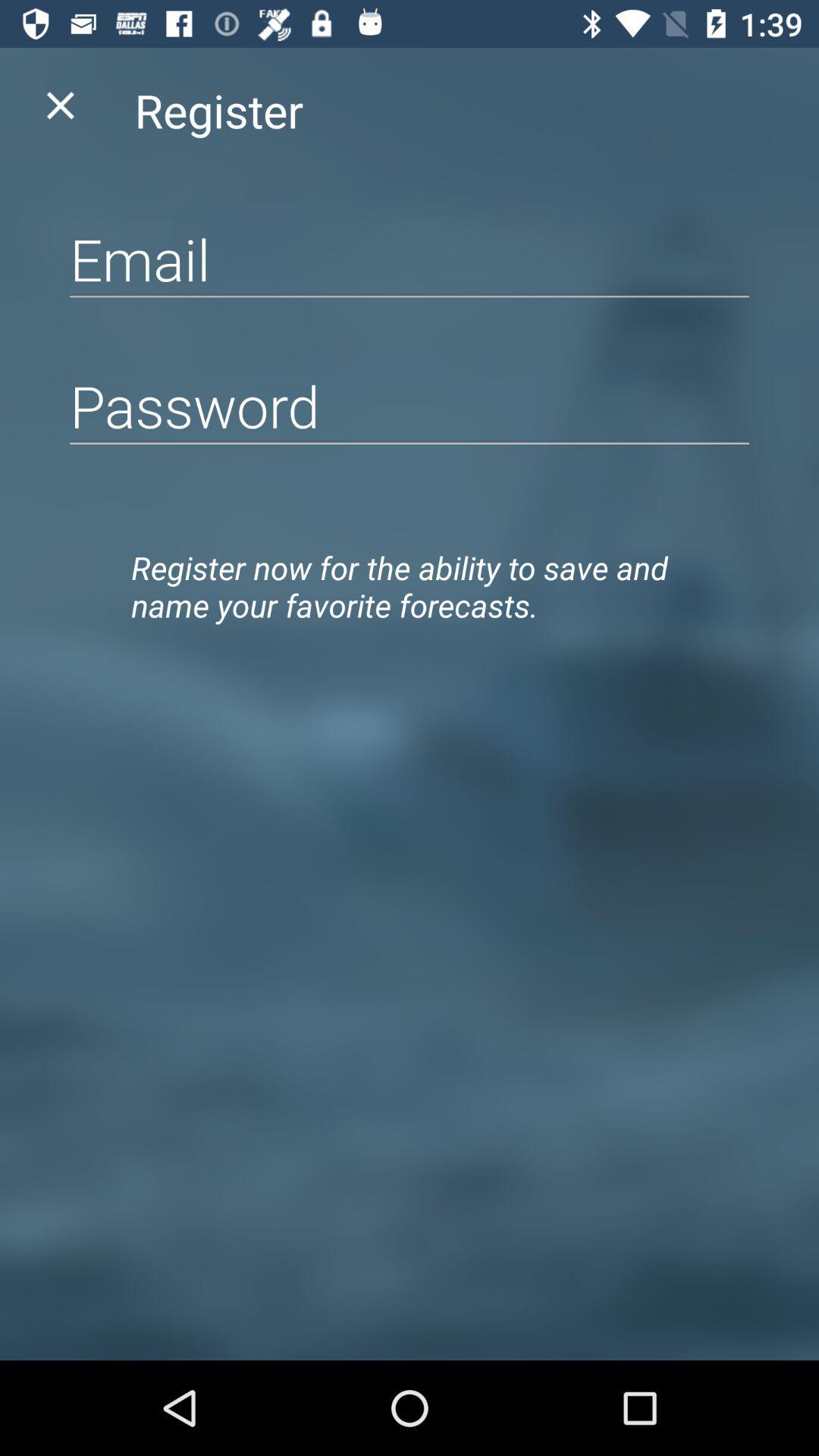  Describe the element at coordinates (409, 259) in the screenshot. I see `email` at that location.